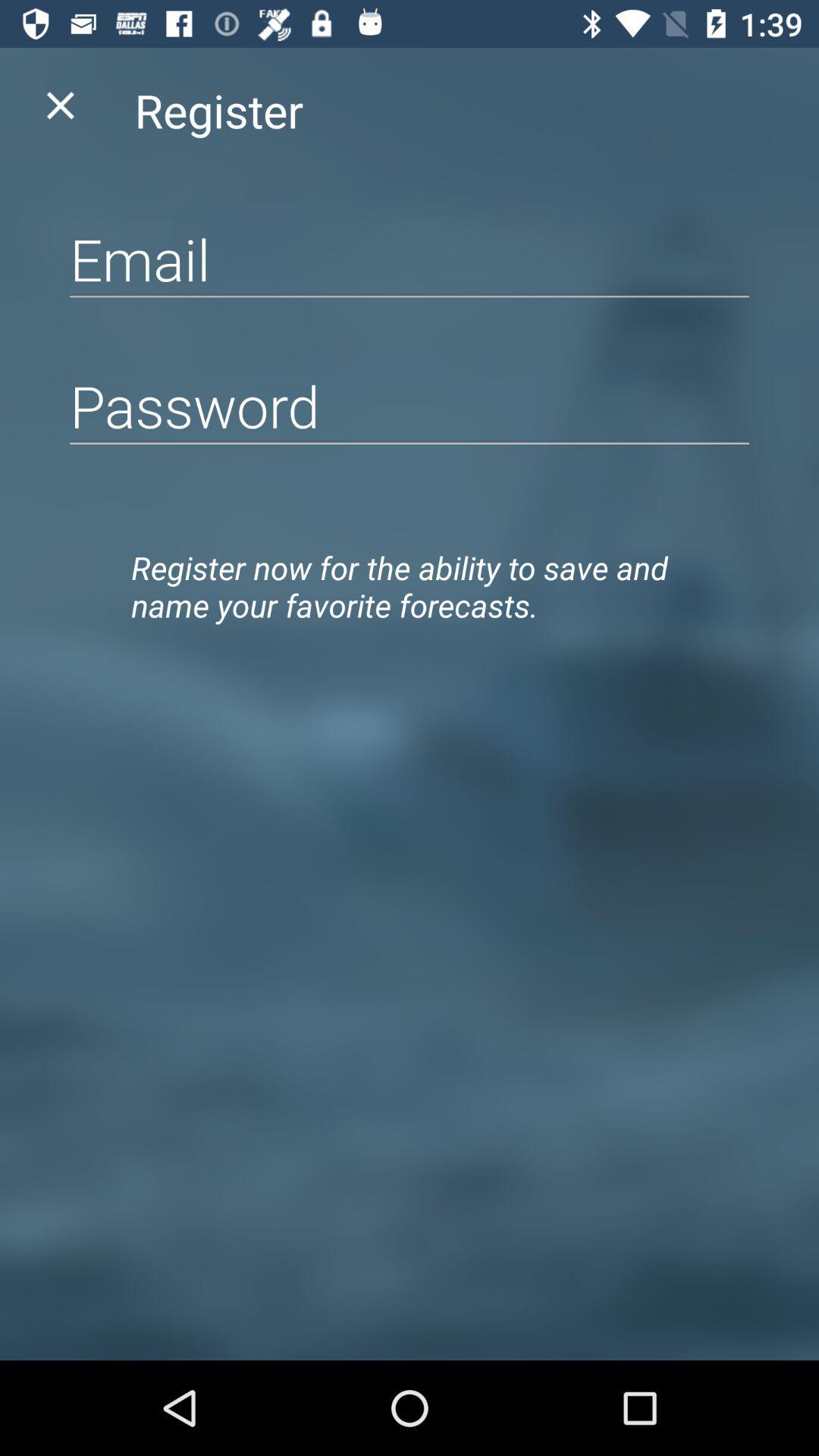  Describe the element at coordinates (409, 259) in the screenshot. I see `email` at that location.